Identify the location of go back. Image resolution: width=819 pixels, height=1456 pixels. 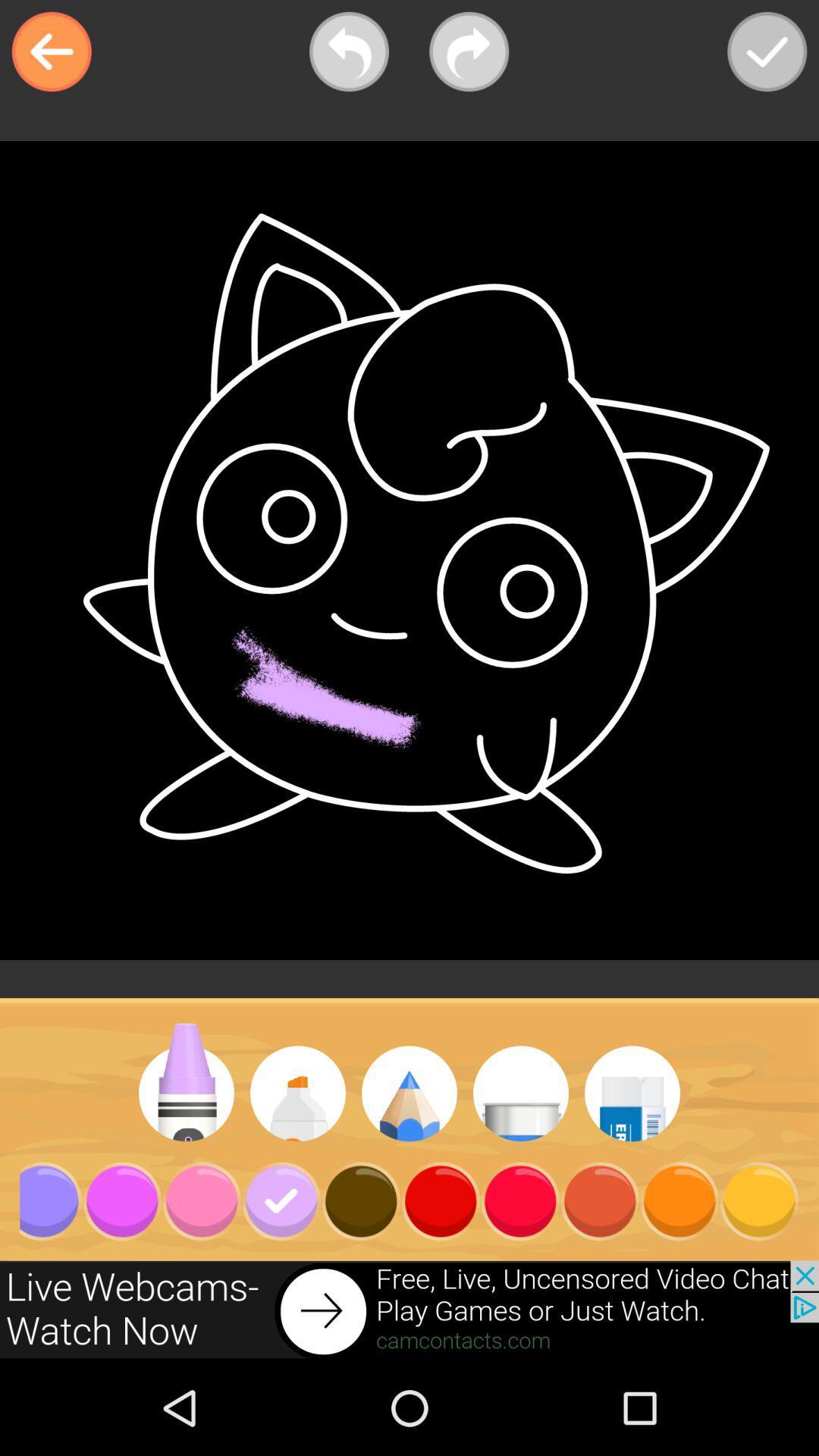
(51, 52).